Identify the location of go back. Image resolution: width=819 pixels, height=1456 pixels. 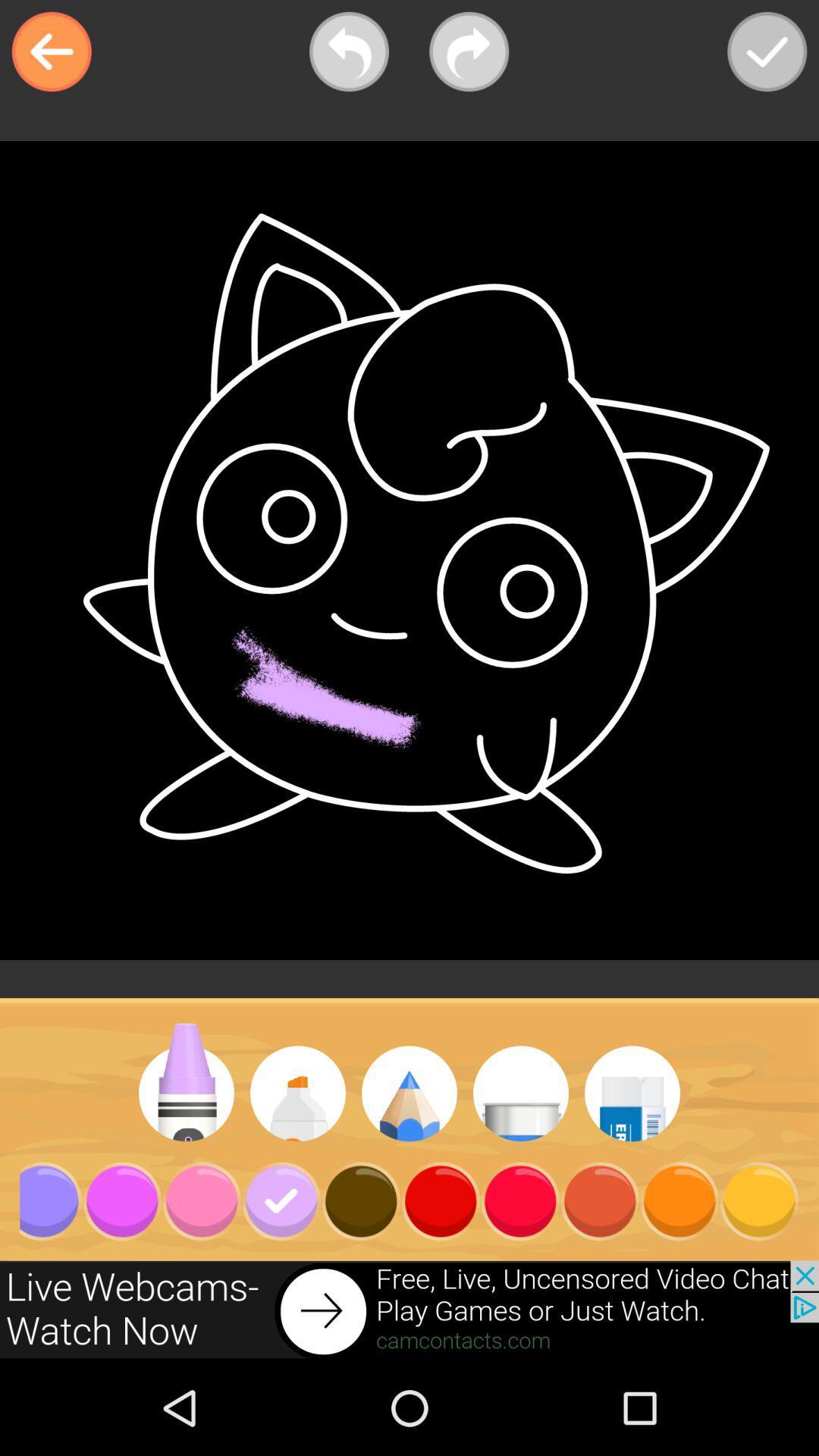
(51, 52).